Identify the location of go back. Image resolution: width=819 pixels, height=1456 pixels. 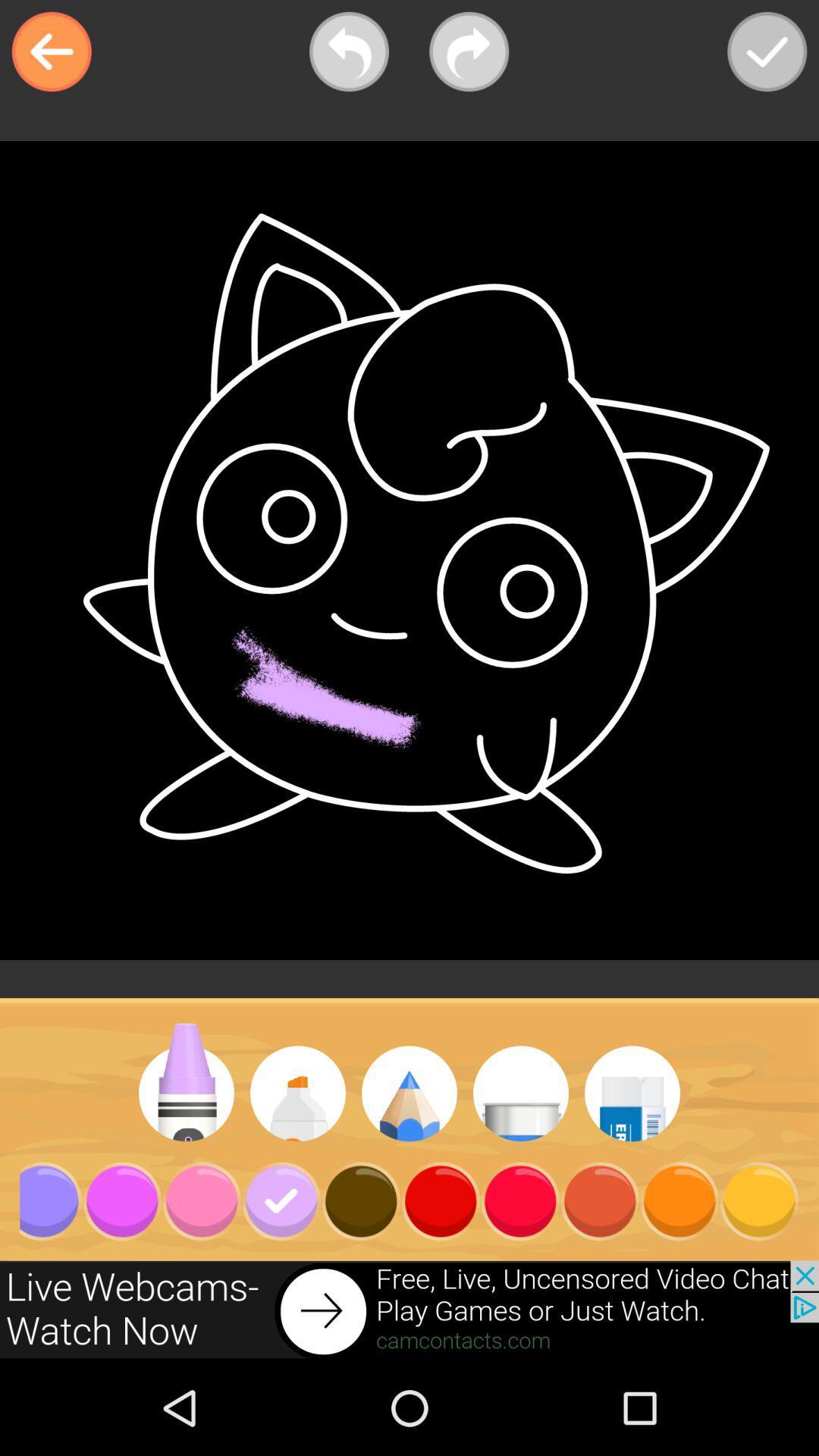
(51, 52).